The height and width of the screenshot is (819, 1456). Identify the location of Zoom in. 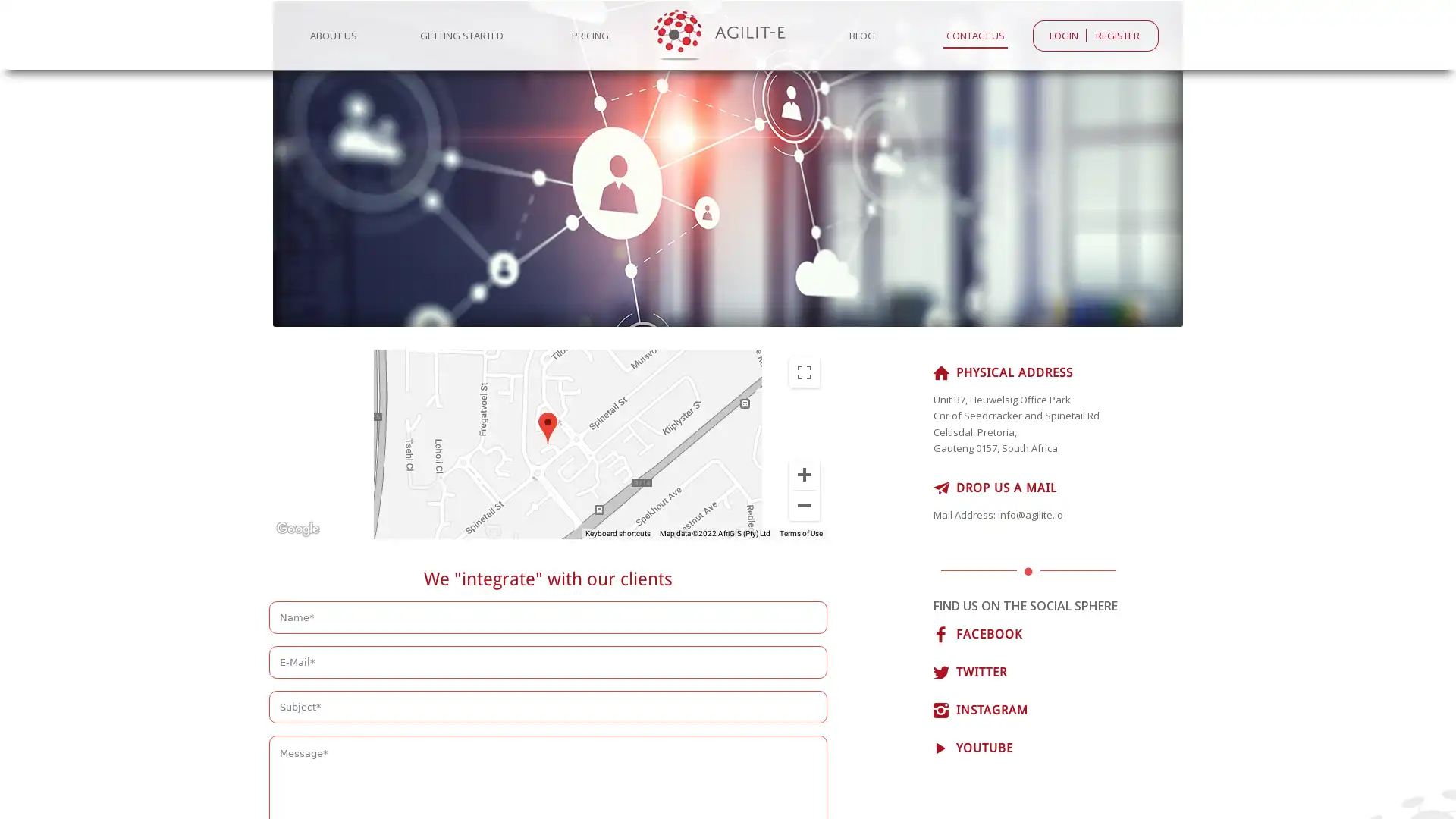
(803, 473).